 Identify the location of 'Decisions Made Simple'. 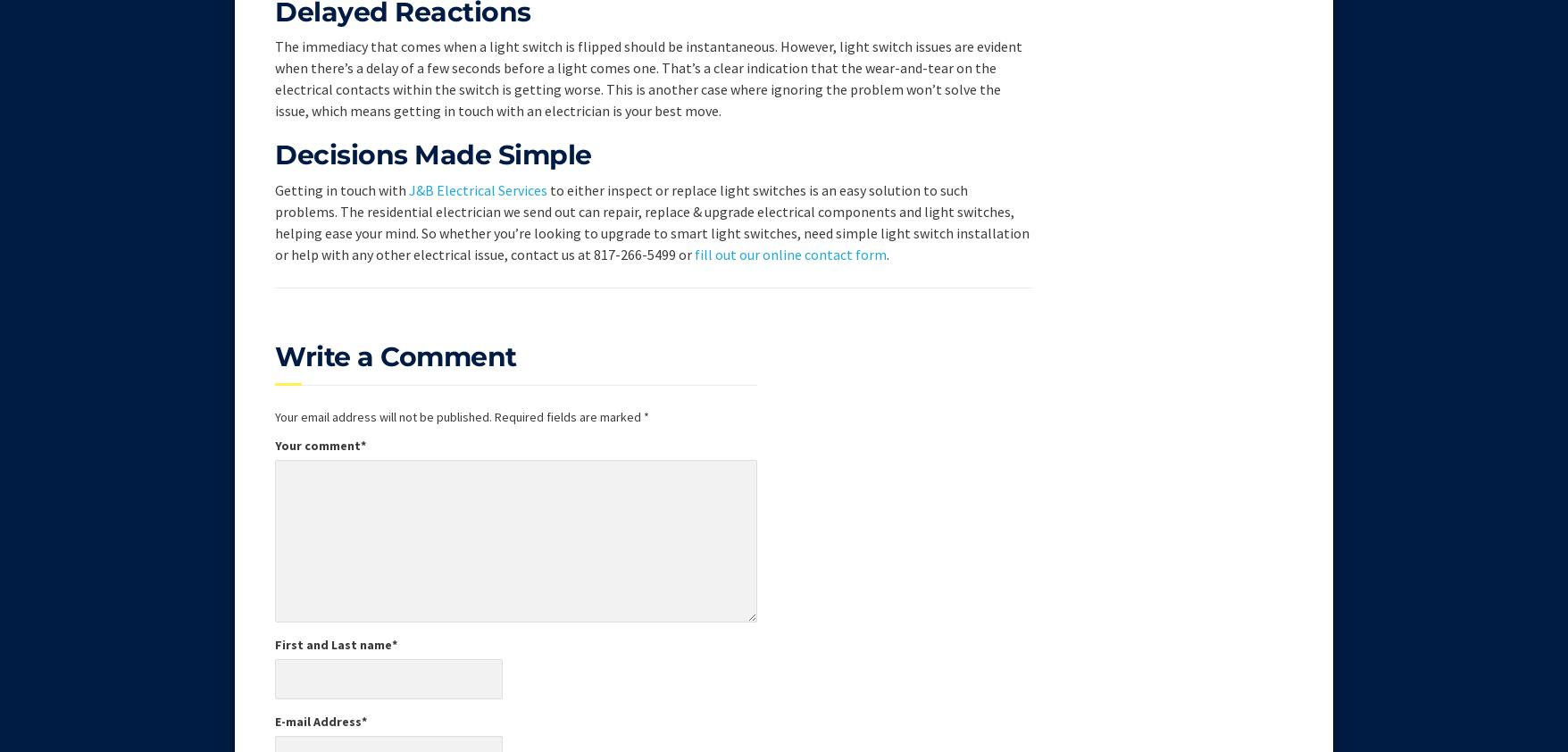
(433, 154).